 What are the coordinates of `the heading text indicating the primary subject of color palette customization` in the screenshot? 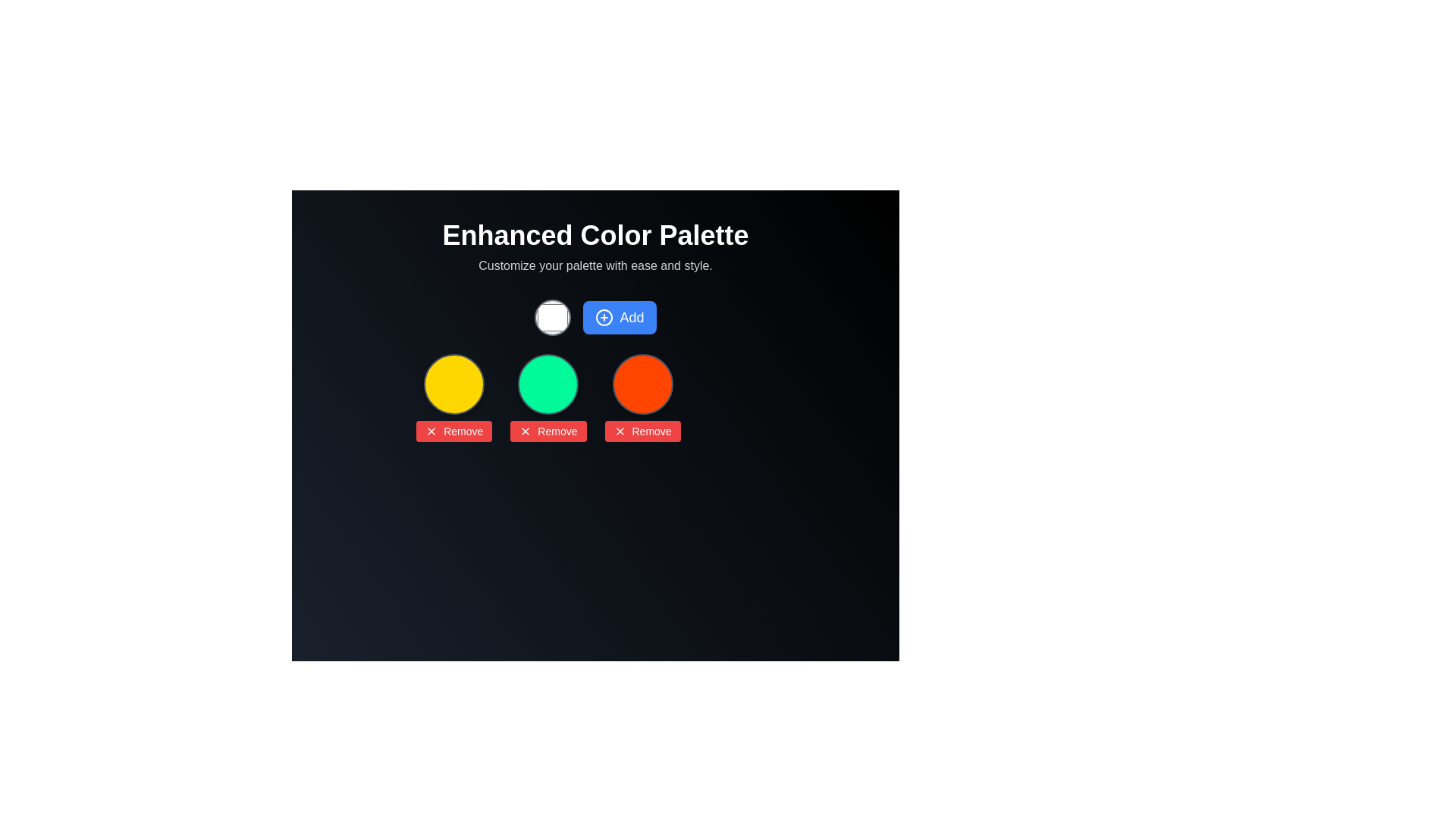 It's located at (595, 236).